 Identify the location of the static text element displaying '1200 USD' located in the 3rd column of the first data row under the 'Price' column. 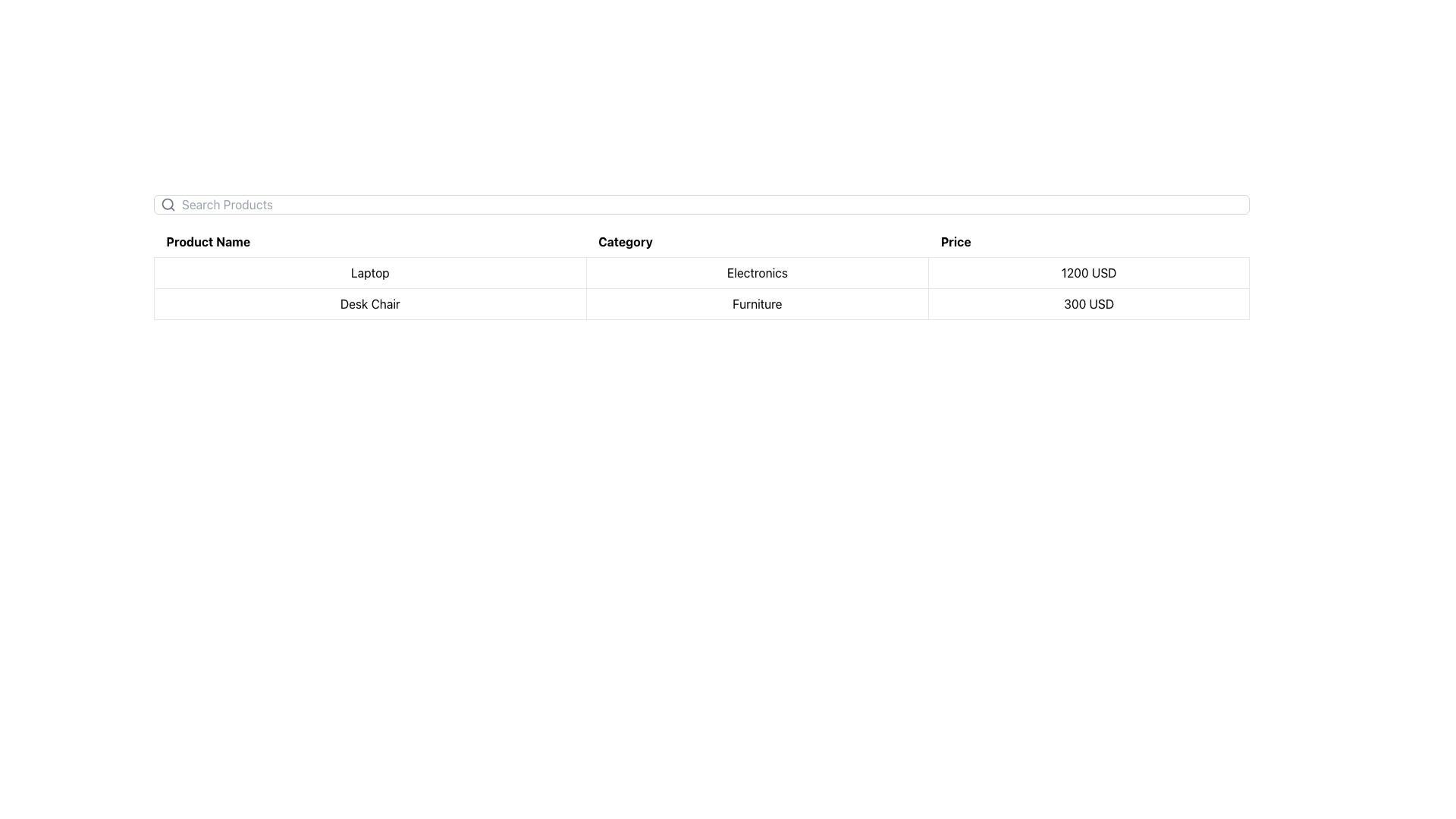
(1088, 271).